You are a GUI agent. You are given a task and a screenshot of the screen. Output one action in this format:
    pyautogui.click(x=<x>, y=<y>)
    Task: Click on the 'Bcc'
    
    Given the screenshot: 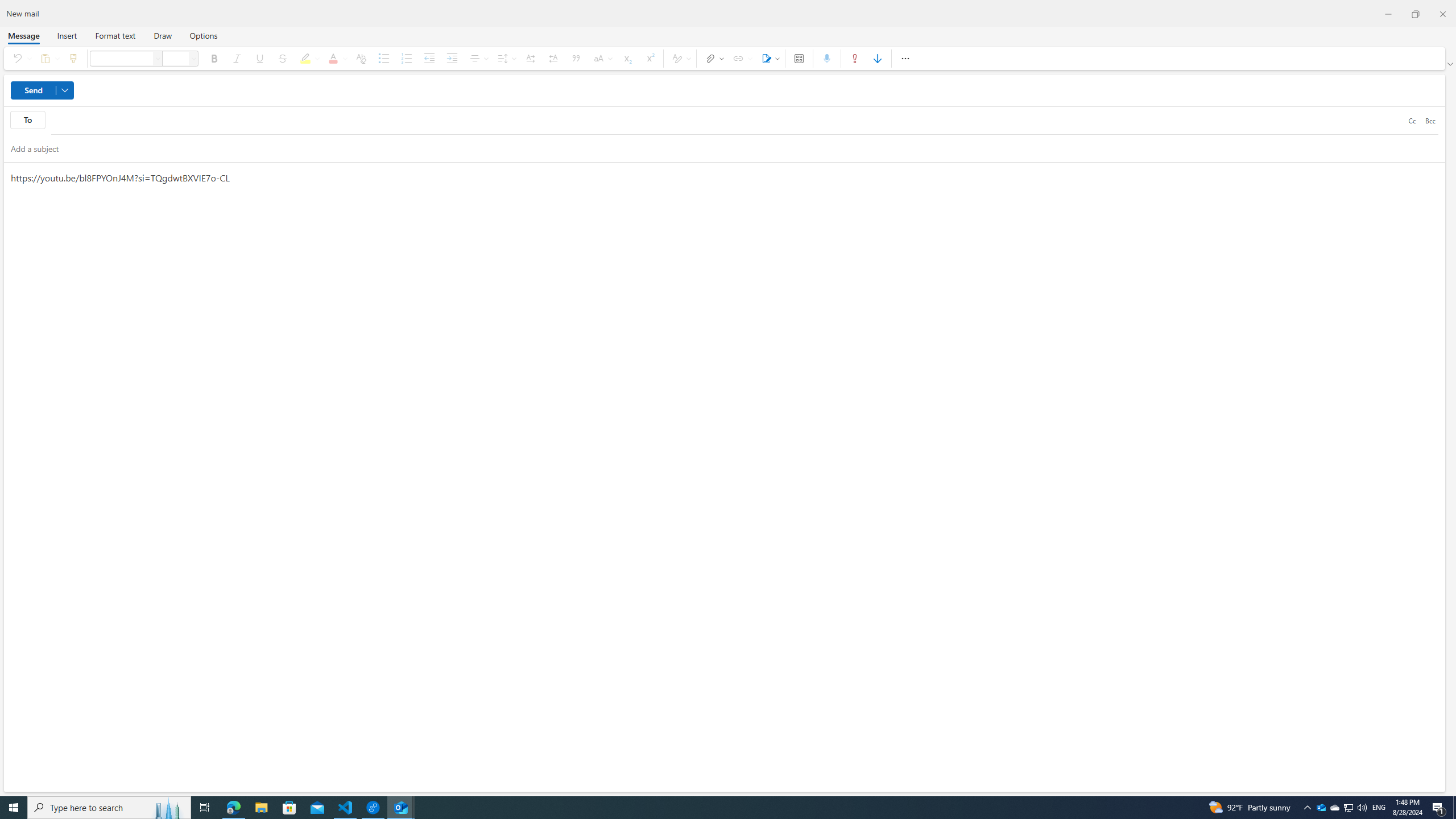 What is the action you would take?
    pyautogui.click(x=1430, y=119)
    